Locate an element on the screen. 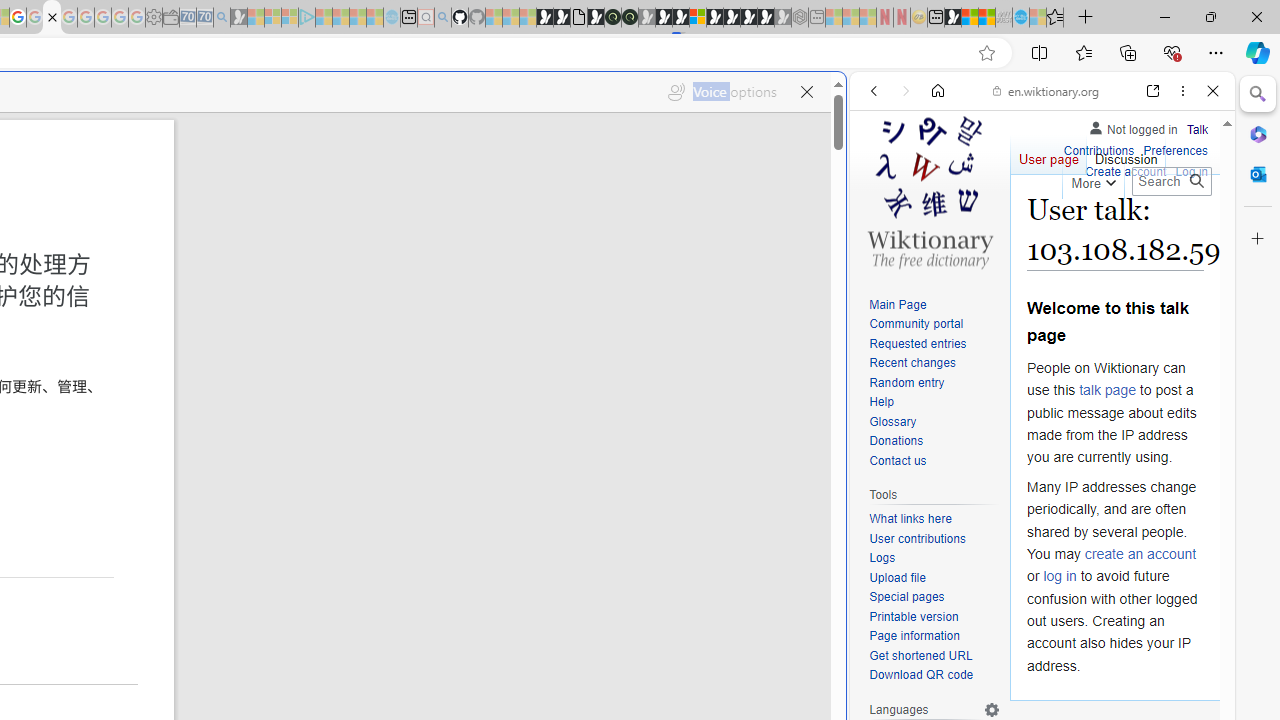 The width and height of the screenshot is (1280, 720). 'What links here' is located at coordinates (909, 518).